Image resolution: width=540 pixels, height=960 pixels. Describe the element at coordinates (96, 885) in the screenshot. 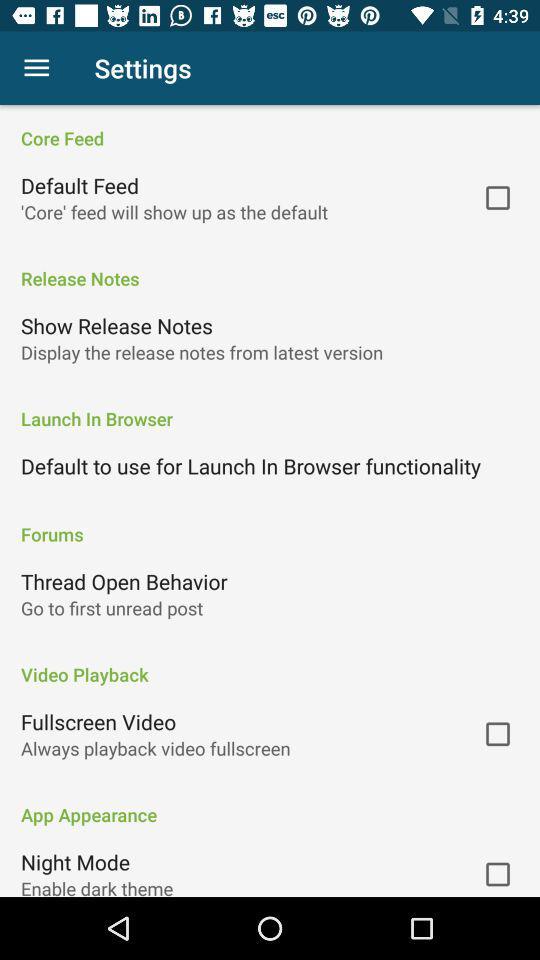

I see `enable dark theme item` at that location.